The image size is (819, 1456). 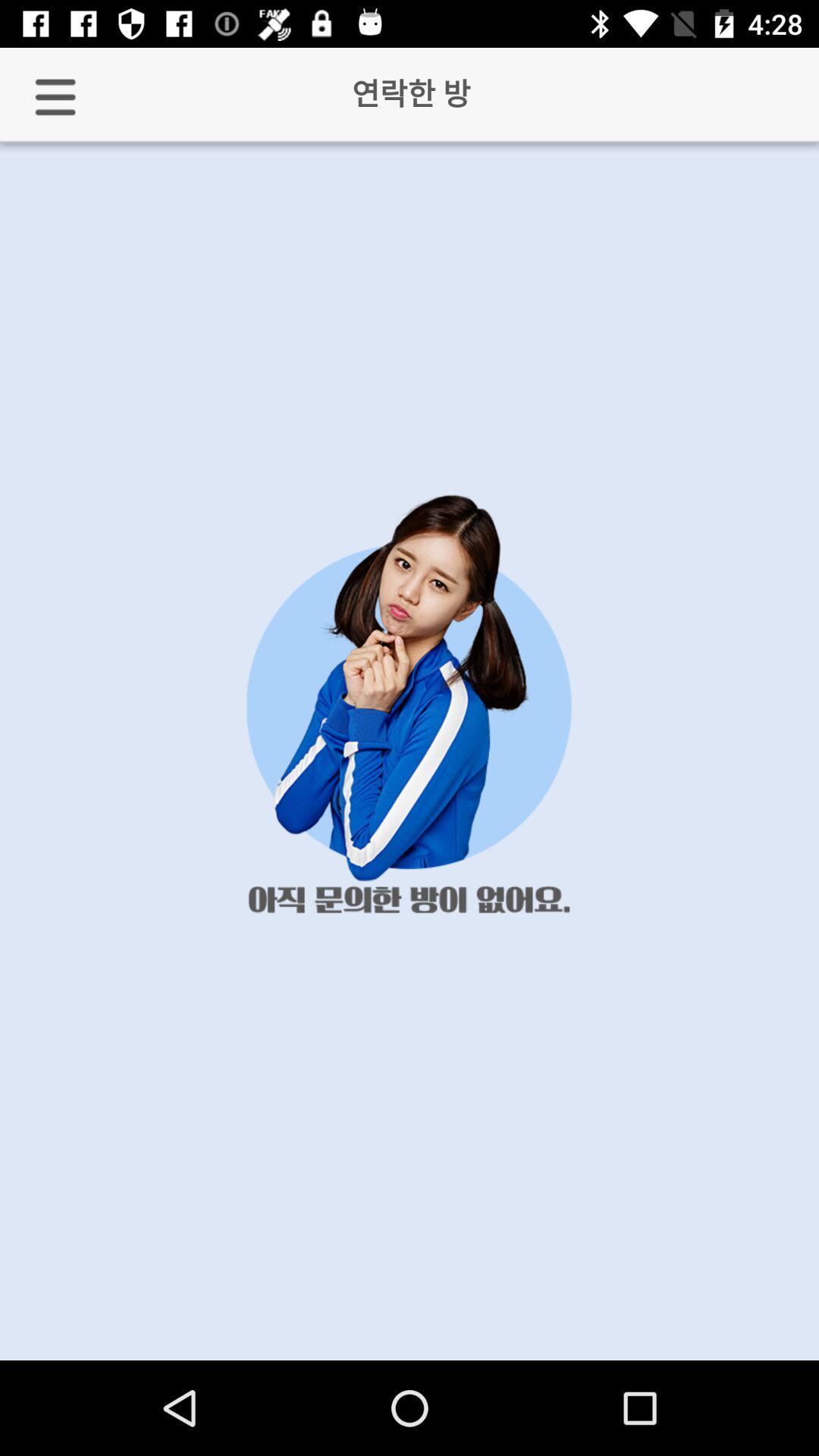 I want to click on icon at the top left corner, so click(x=55, y=96).